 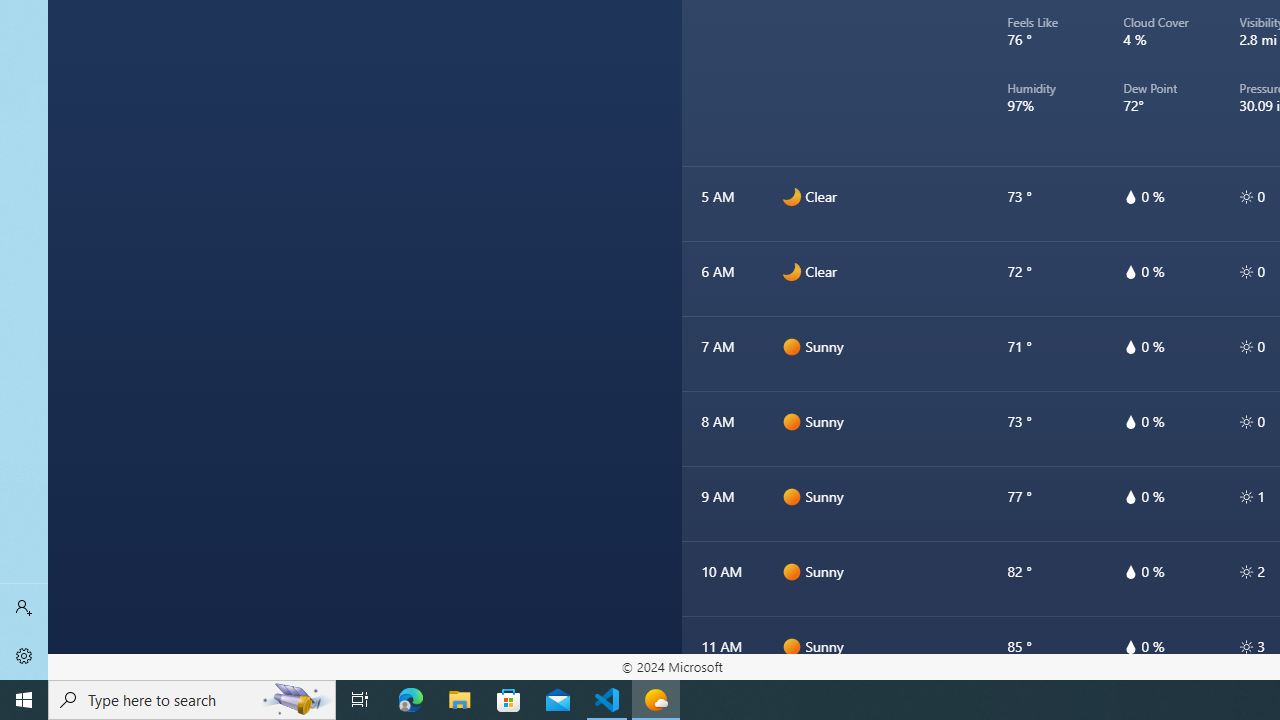 I want to click on 'Microsoft Edge', so click(x=410, y=698).